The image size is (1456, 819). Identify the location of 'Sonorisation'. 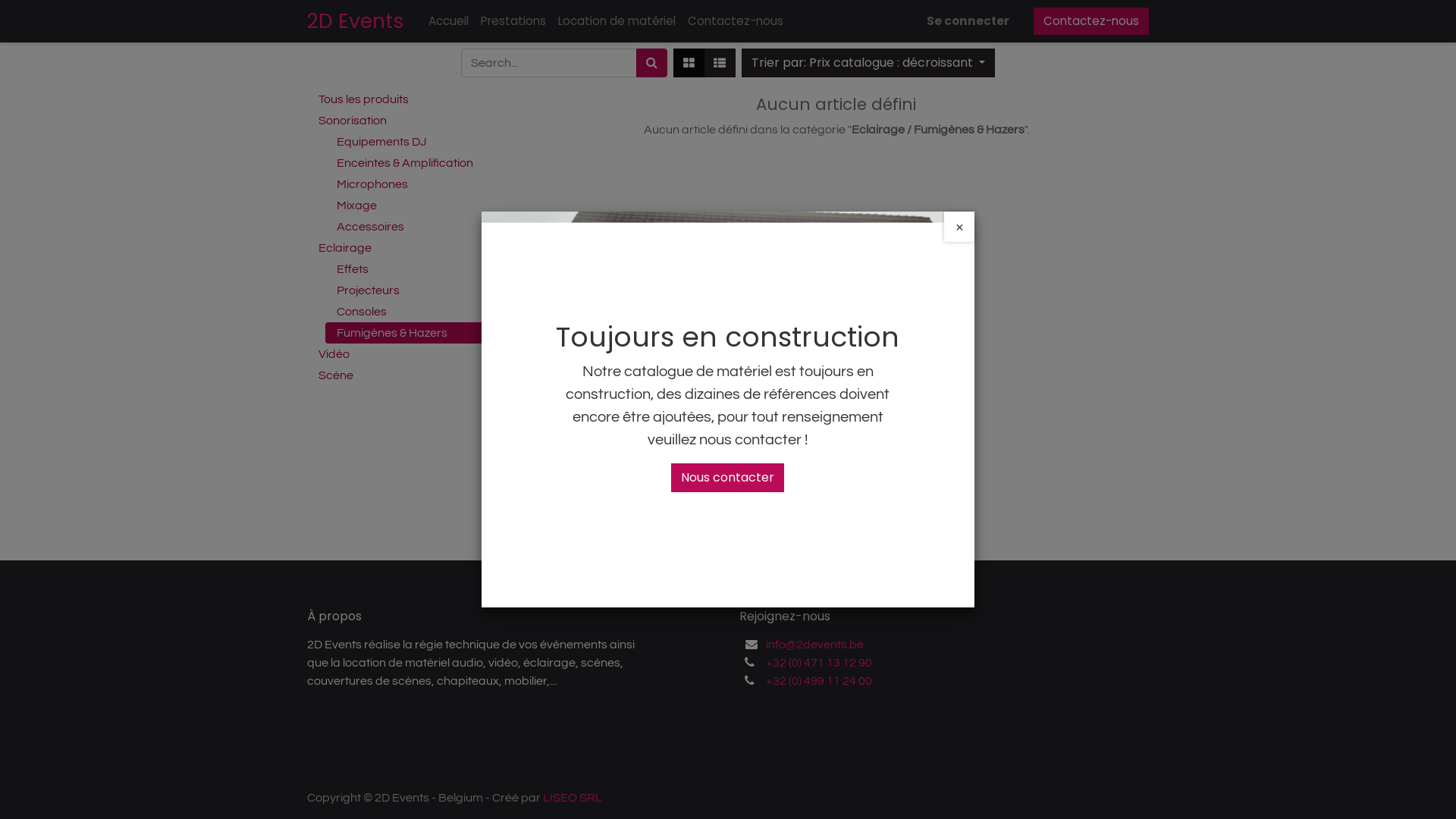
(403, 119).